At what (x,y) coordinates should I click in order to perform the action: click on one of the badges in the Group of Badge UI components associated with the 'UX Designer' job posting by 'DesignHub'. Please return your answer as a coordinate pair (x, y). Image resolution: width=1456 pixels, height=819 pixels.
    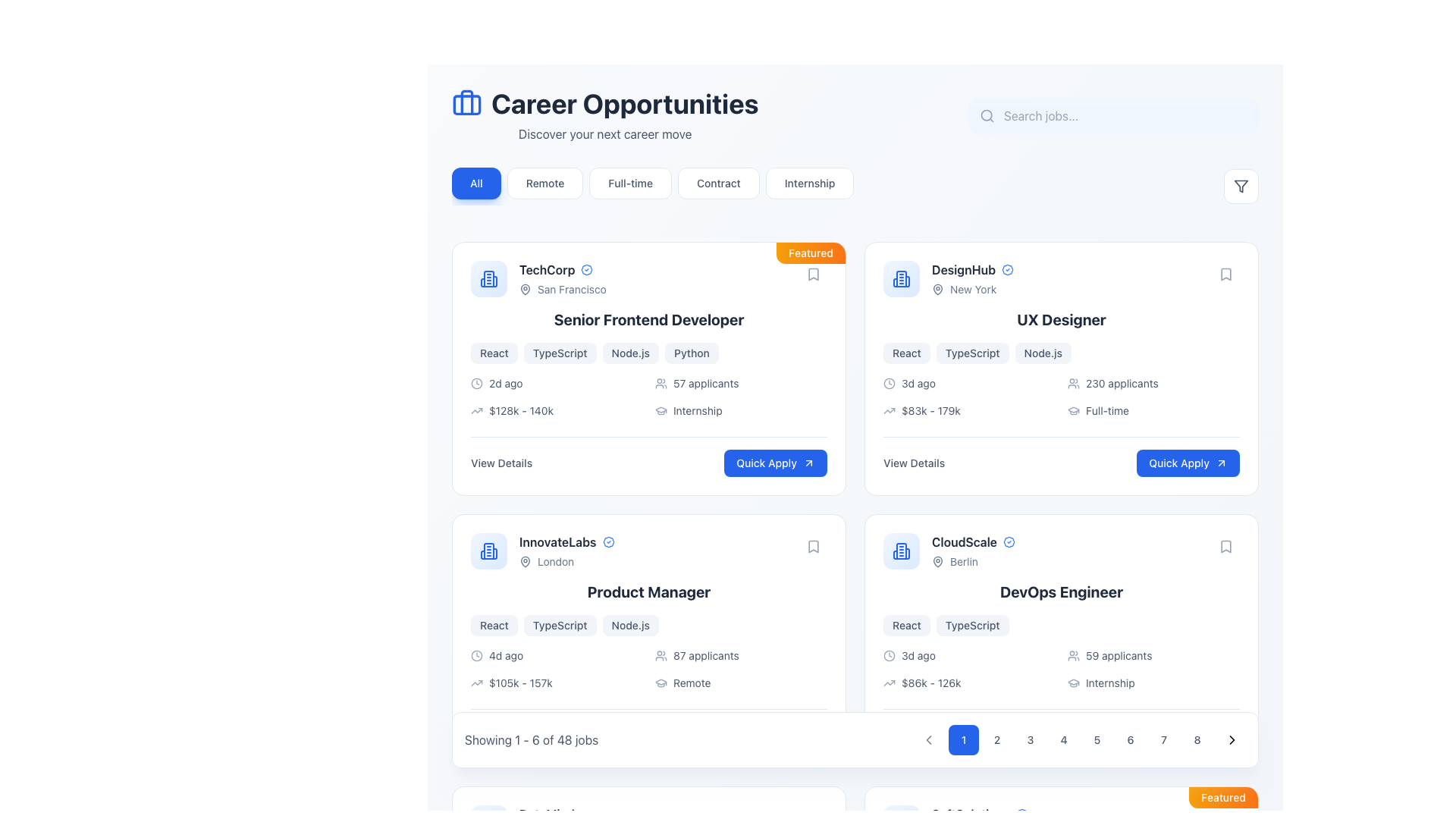
    Looking at the image, I should click on (1061, 353).